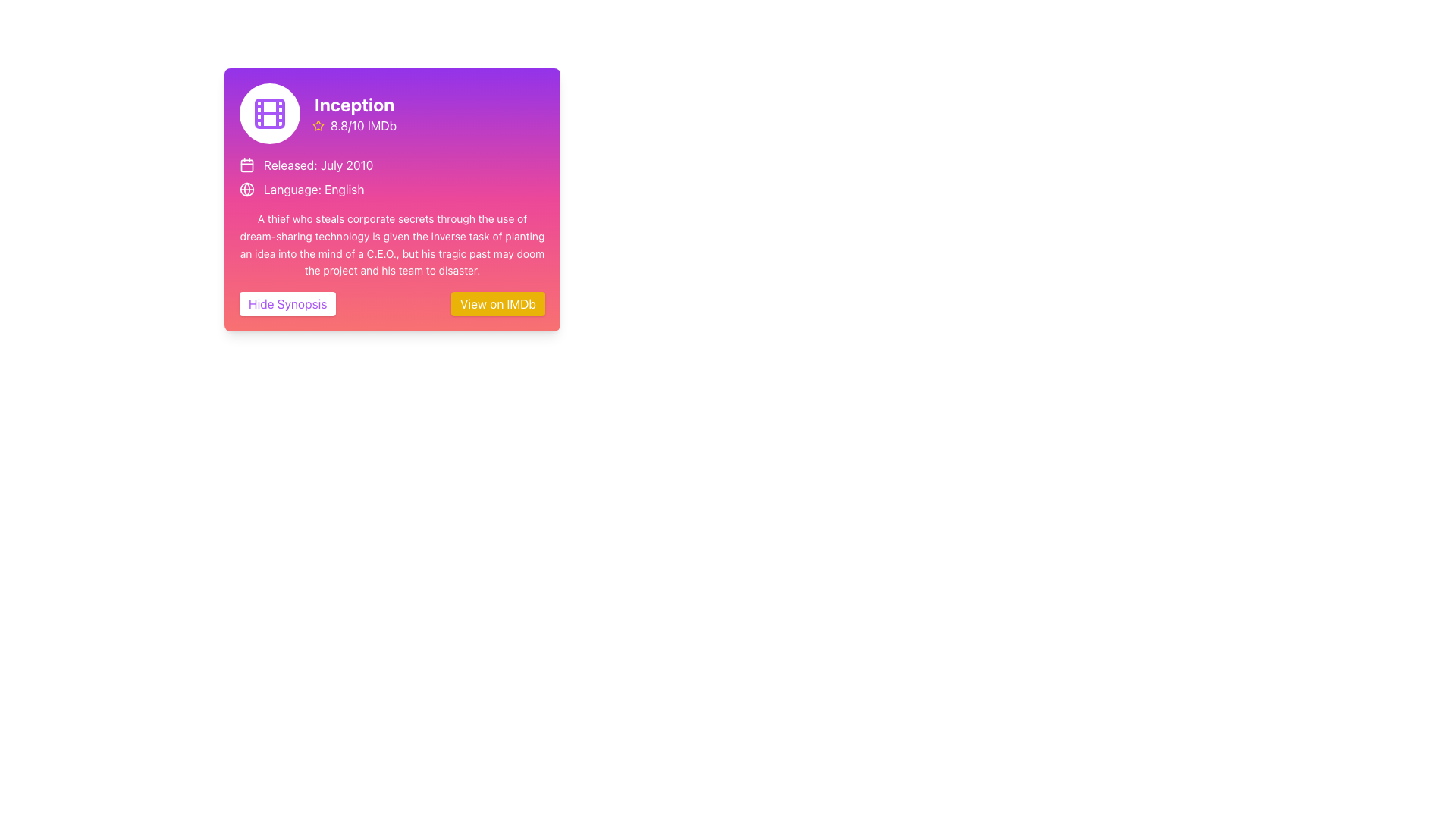 This screenshot has height=819, width=1456. I want to click on movie details from the Information card displaying the title 'Inception', IMDb rating, release date, and language, located at the center of the modal, so click(392, 199).